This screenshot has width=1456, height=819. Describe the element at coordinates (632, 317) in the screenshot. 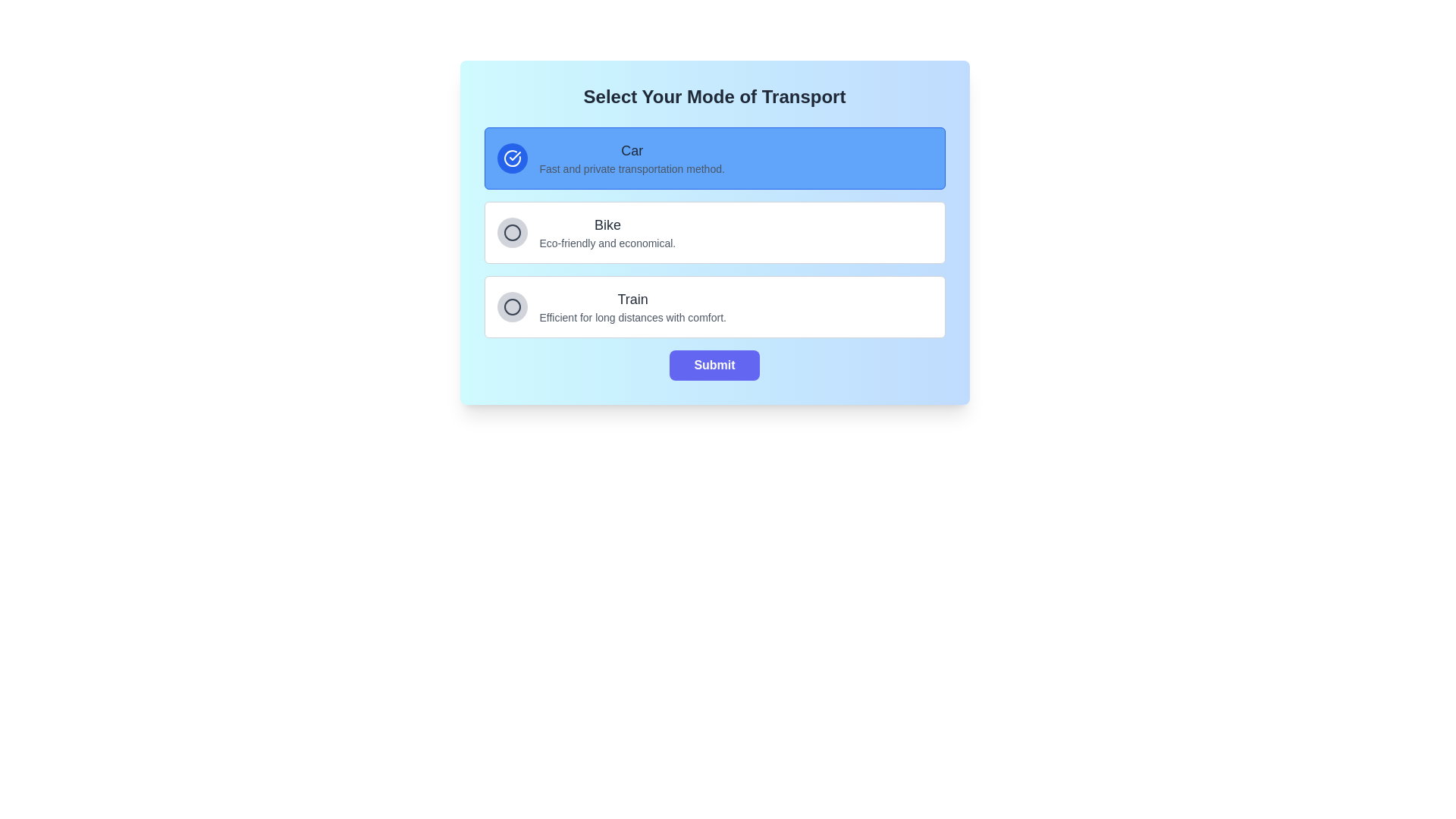

I see `the static text that reads 'Efficient for long distances with comfort.' located below the 'Train' label in the 'Select Your Mode of Transport' interface` at that location.